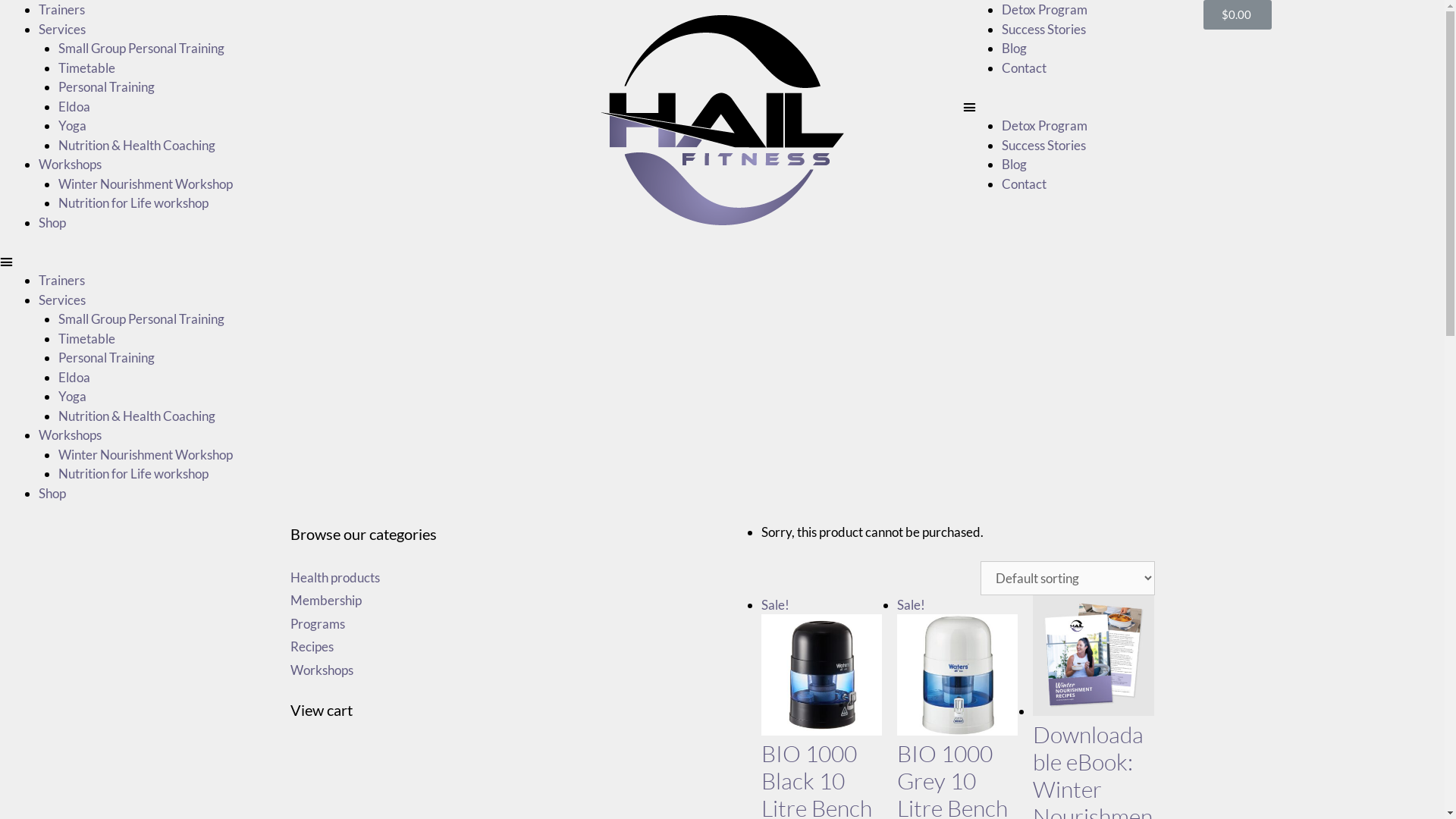 The height and width of the screenshot is (819, 1456). I want to click on 'Shop', so click(52, 221).